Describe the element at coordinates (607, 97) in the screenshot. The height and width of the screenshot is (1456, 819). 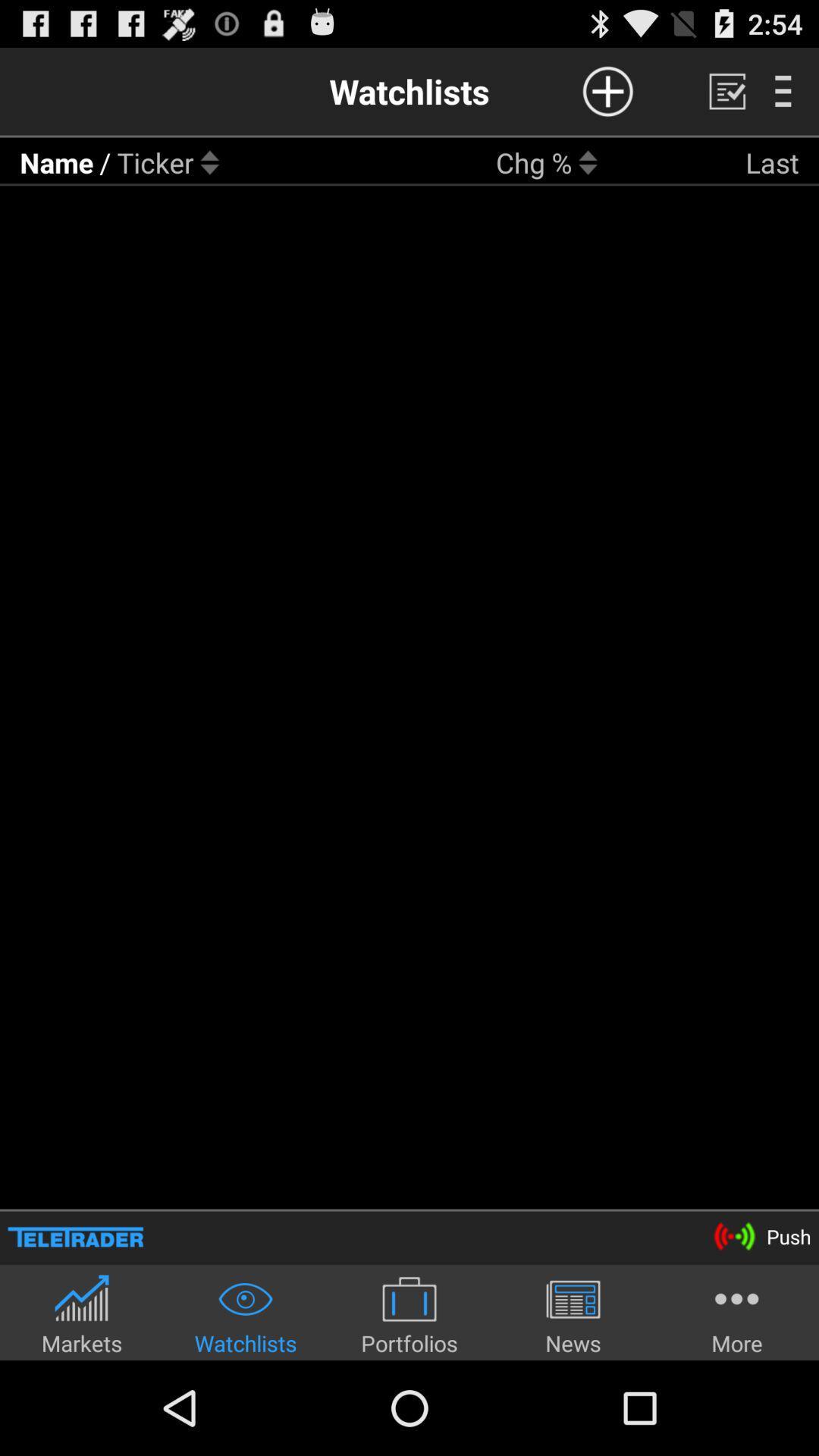
I see `the add icon` at that location.